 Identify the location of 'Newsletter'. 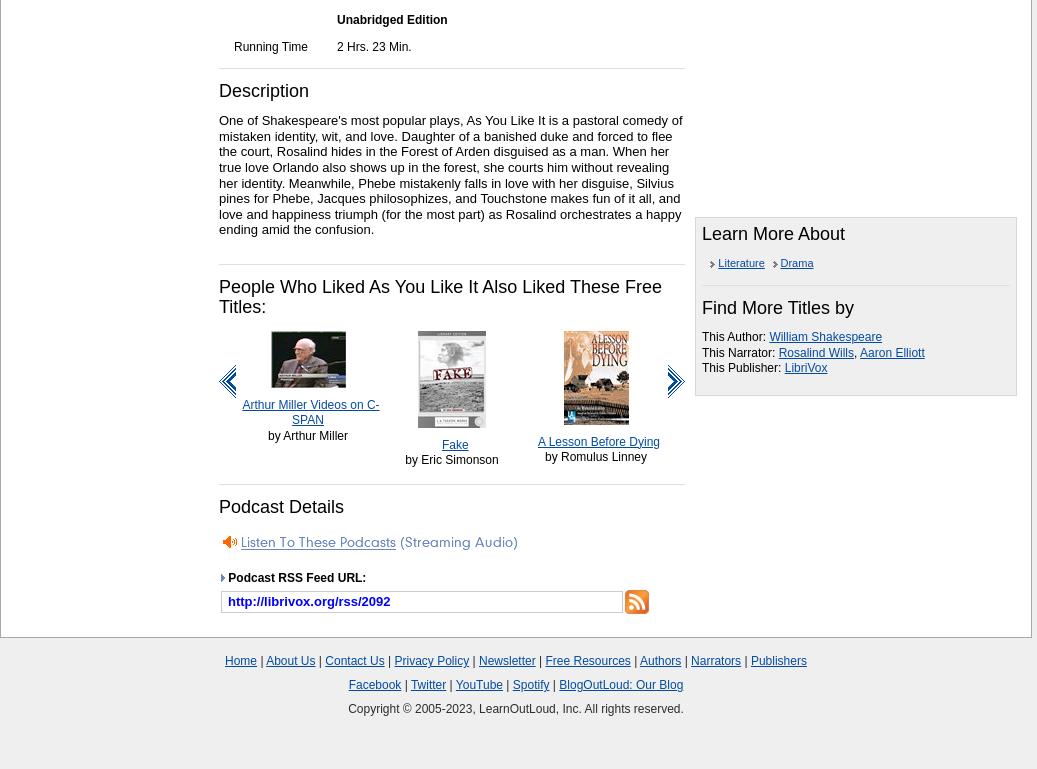
(505, 660).